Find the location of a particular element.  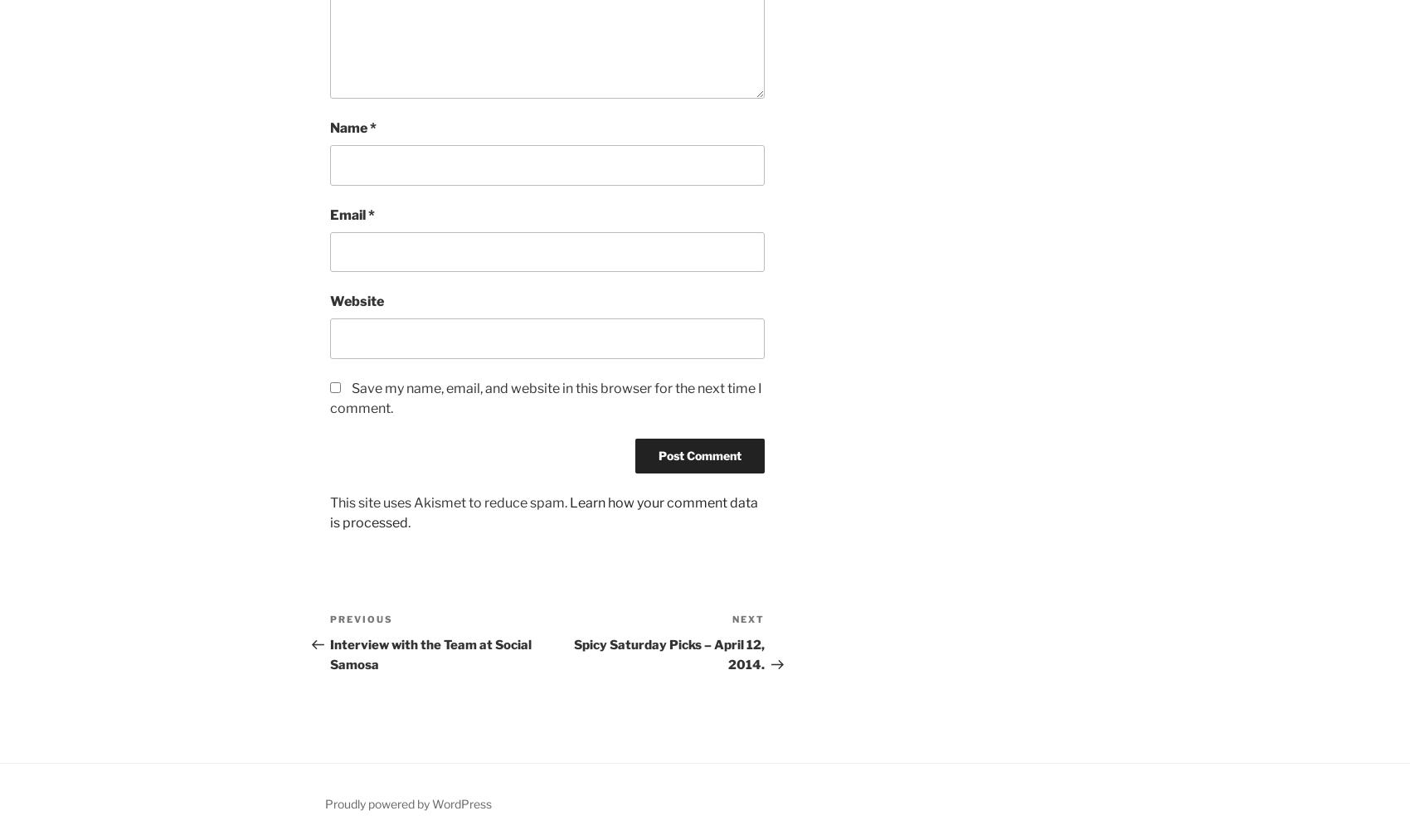

'Previous' is located at coordinates (362, 618).